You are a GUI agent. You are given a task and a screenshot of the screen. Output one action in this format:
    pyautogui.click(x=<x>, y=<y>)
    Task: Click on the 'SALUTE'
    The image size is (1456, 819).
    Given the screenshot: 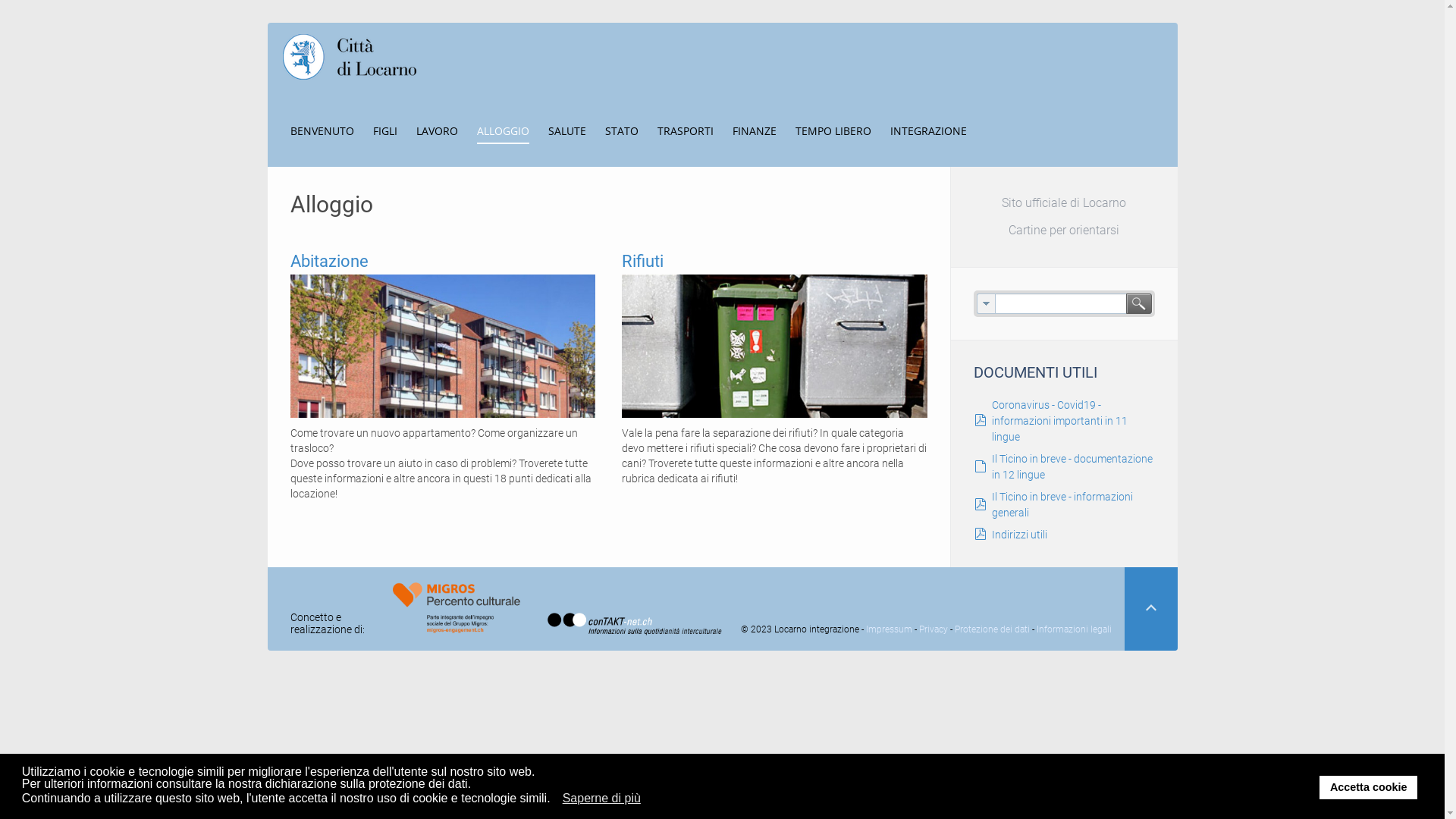 What is the action you would take?
    pyautogui.click(x=566, y=130)
    